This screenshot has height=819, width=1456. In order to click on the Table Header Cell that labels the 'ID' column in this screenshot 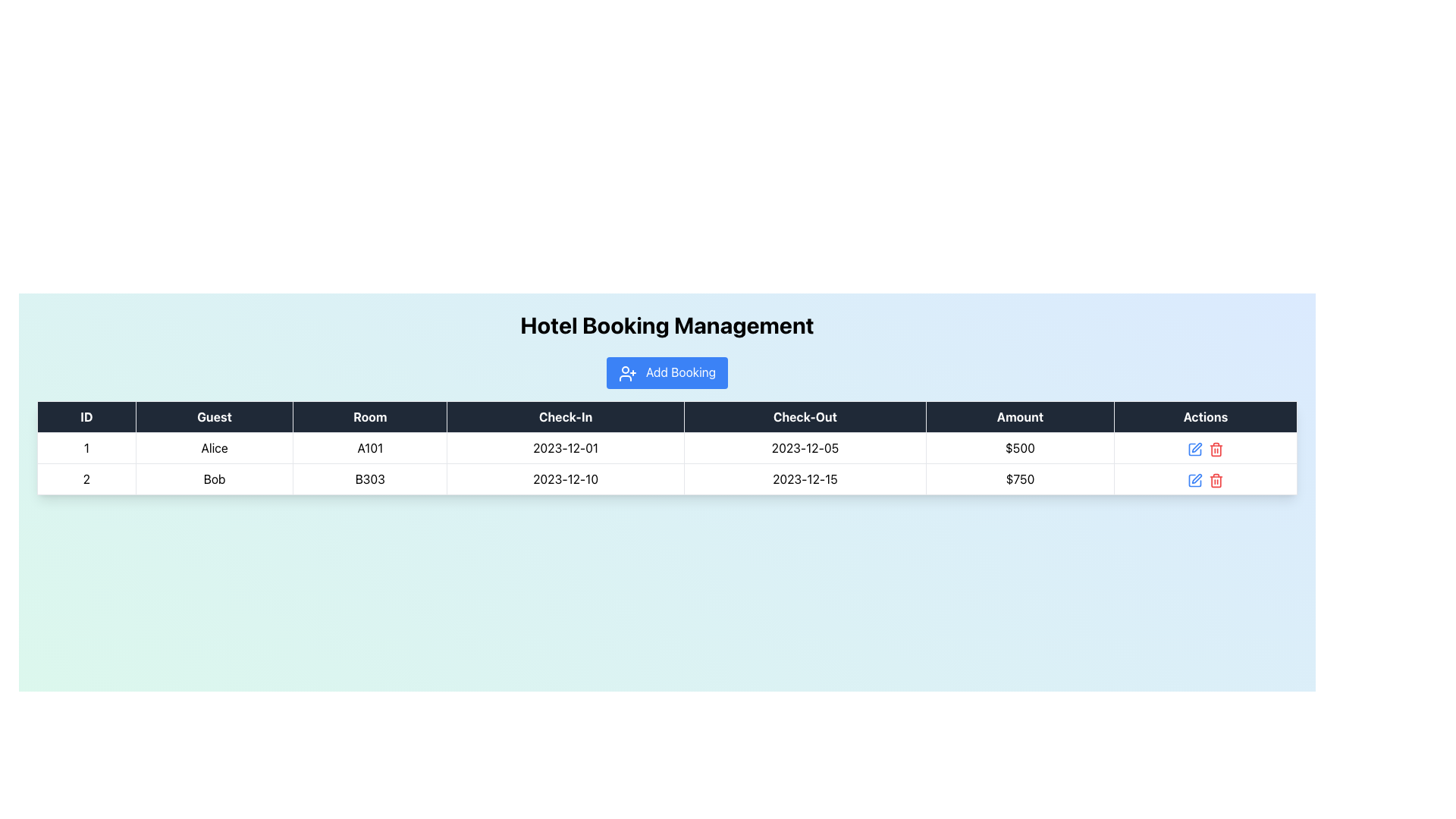, I will do `click(86, 416)`.